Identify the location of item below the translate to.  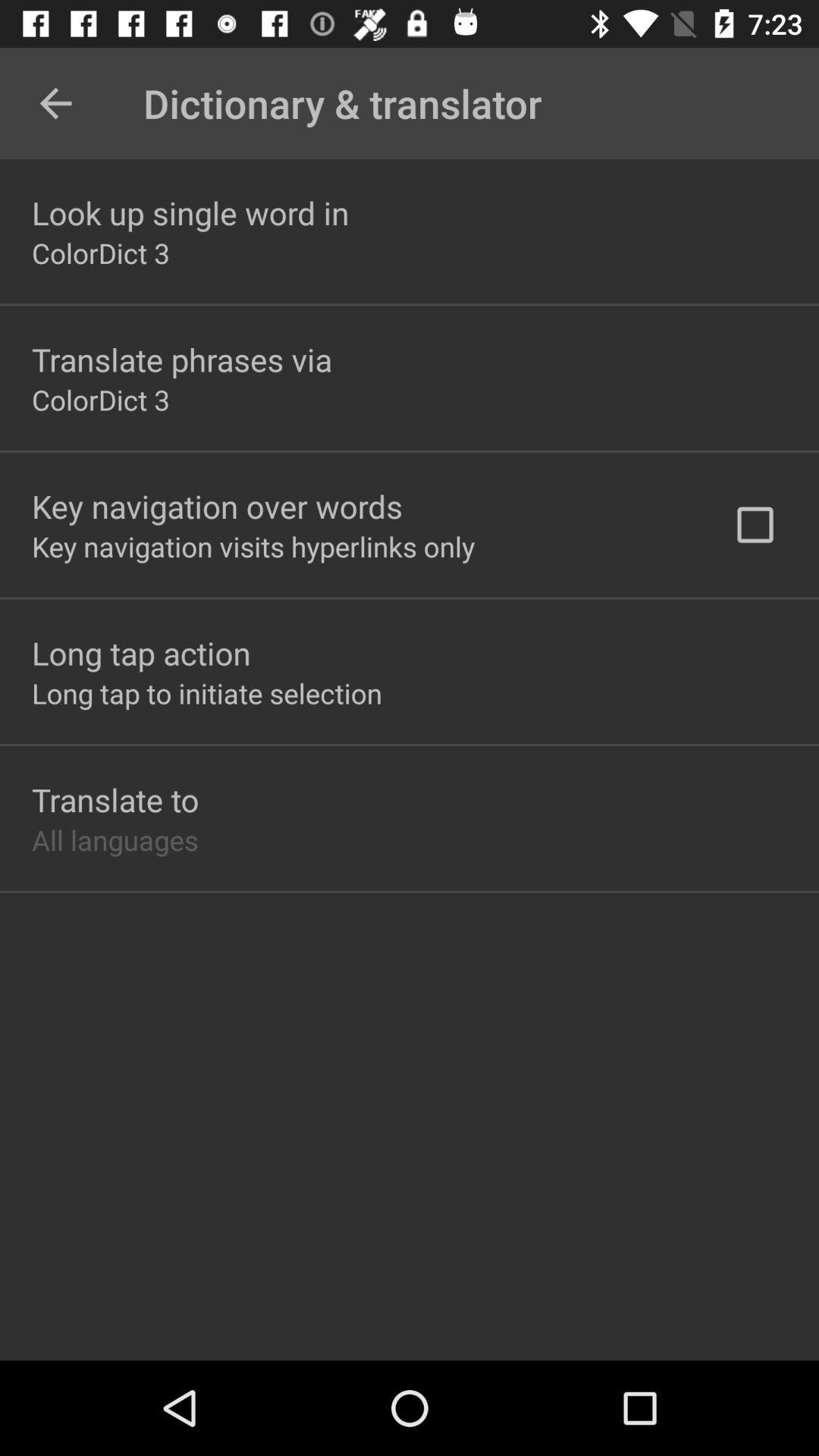
(114, 839).